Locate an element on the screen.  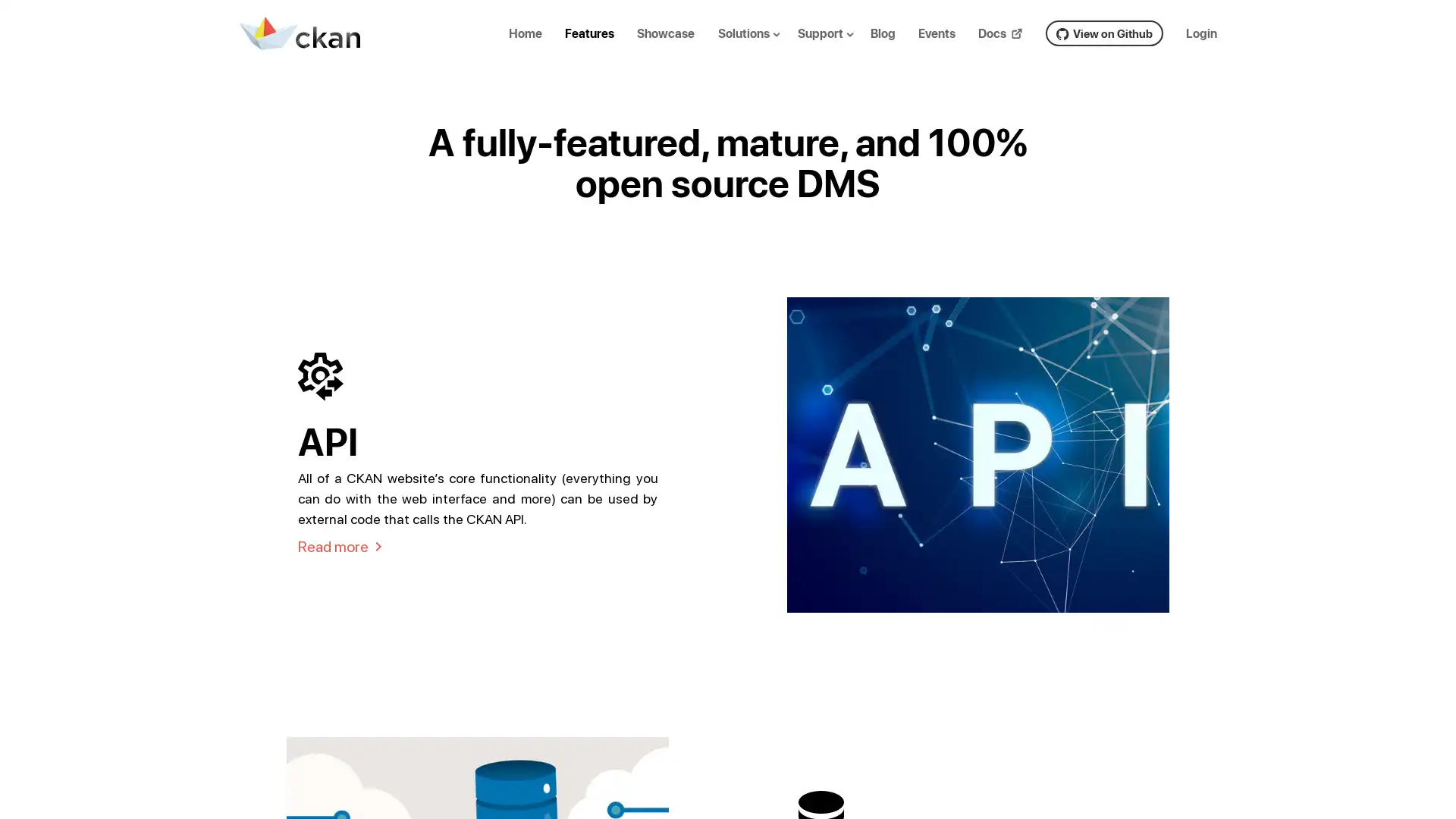
Support is located at coordinates (837, 44).